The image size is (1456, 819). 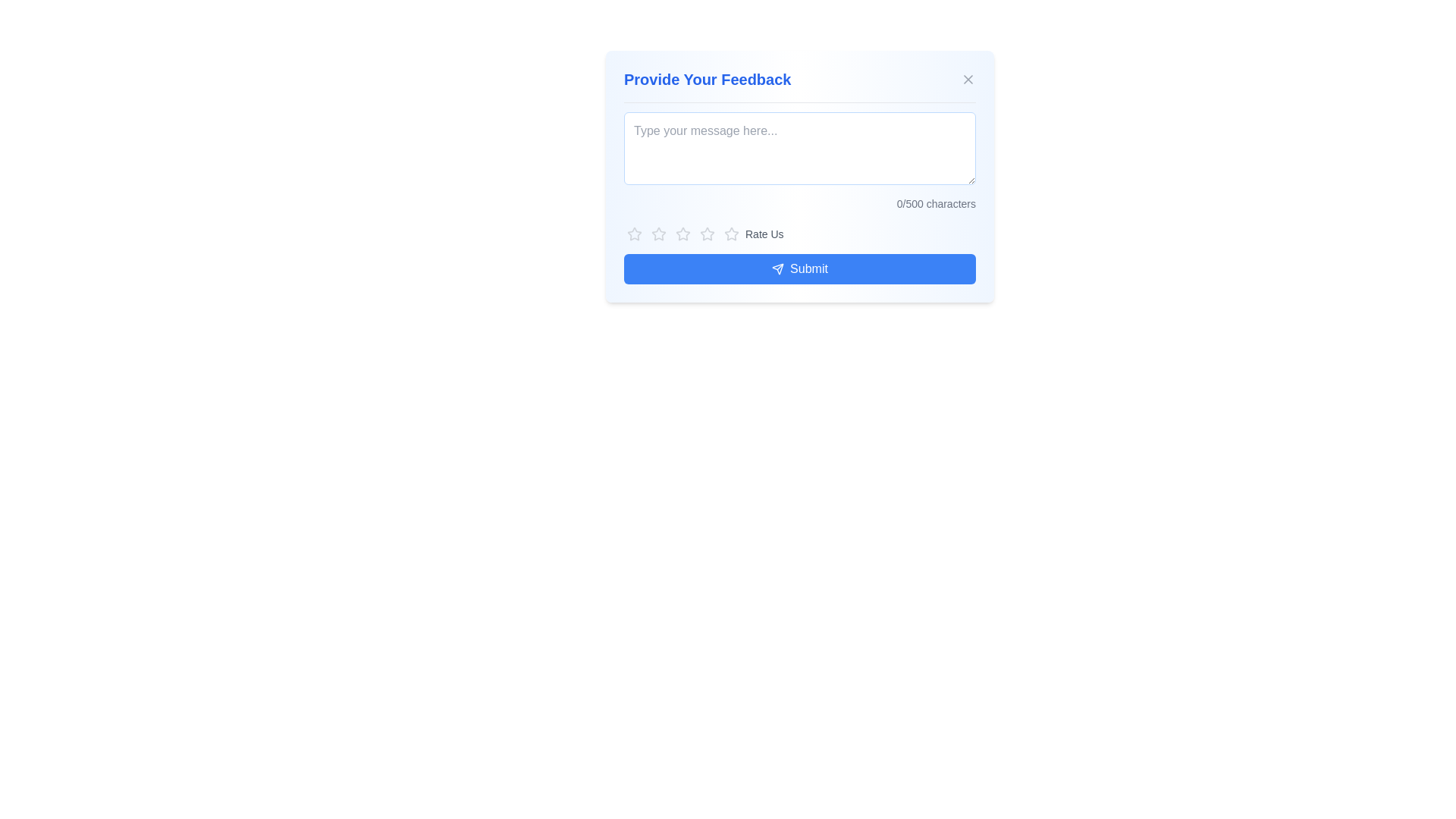 What do you see at coordinates (706, 234) in the screenshot?
I see `the fourth star in the five-star rating system located beneath the 'Rate Us' feedback input box to register a rating` at bounding box center [706, 234].